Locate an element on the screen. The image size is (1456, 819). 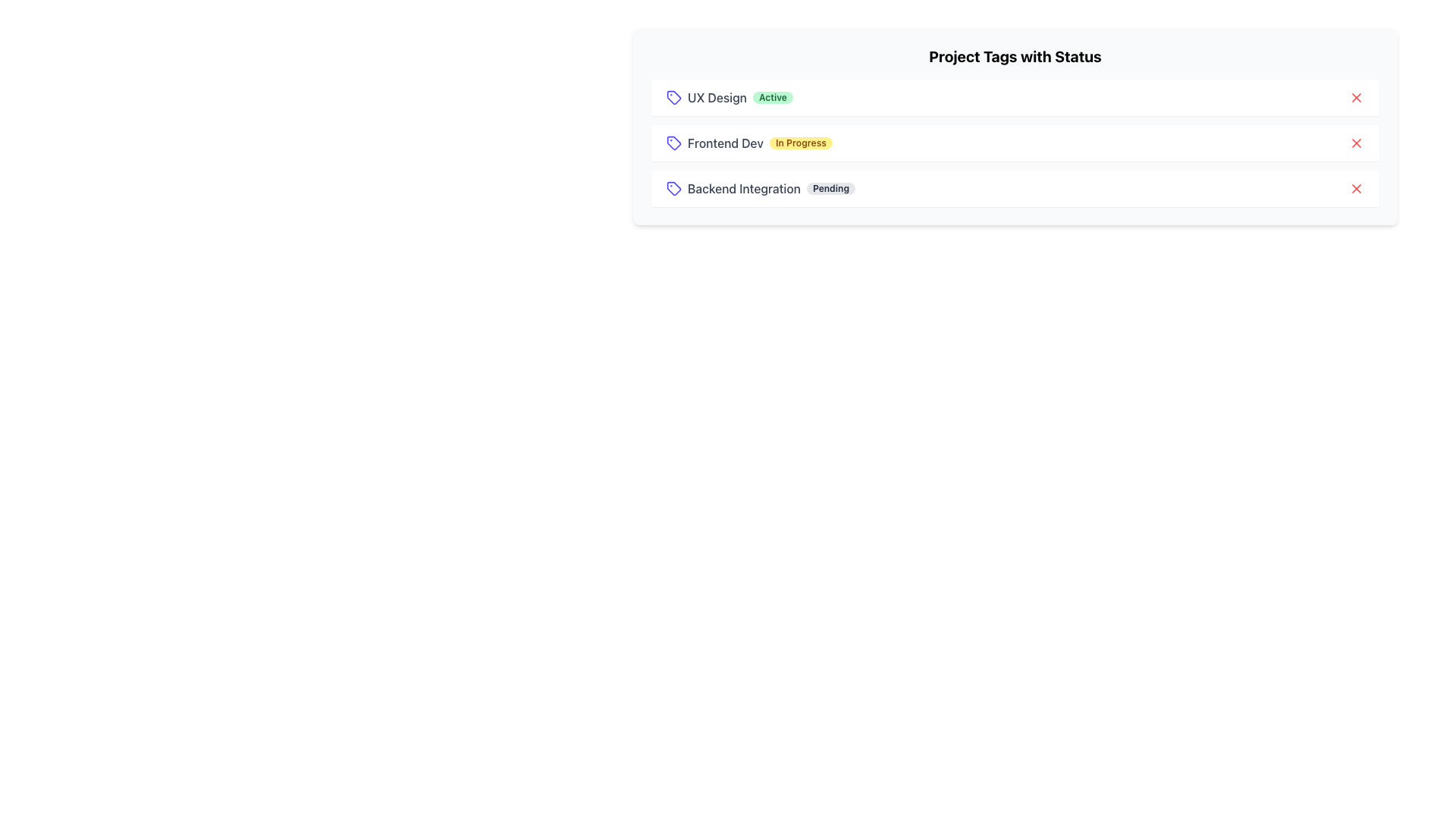
the status badge of the project task labeled 'Backend Integration' which is currently marked as 'Pending' to interact with it is located at coordinates (761, 188).